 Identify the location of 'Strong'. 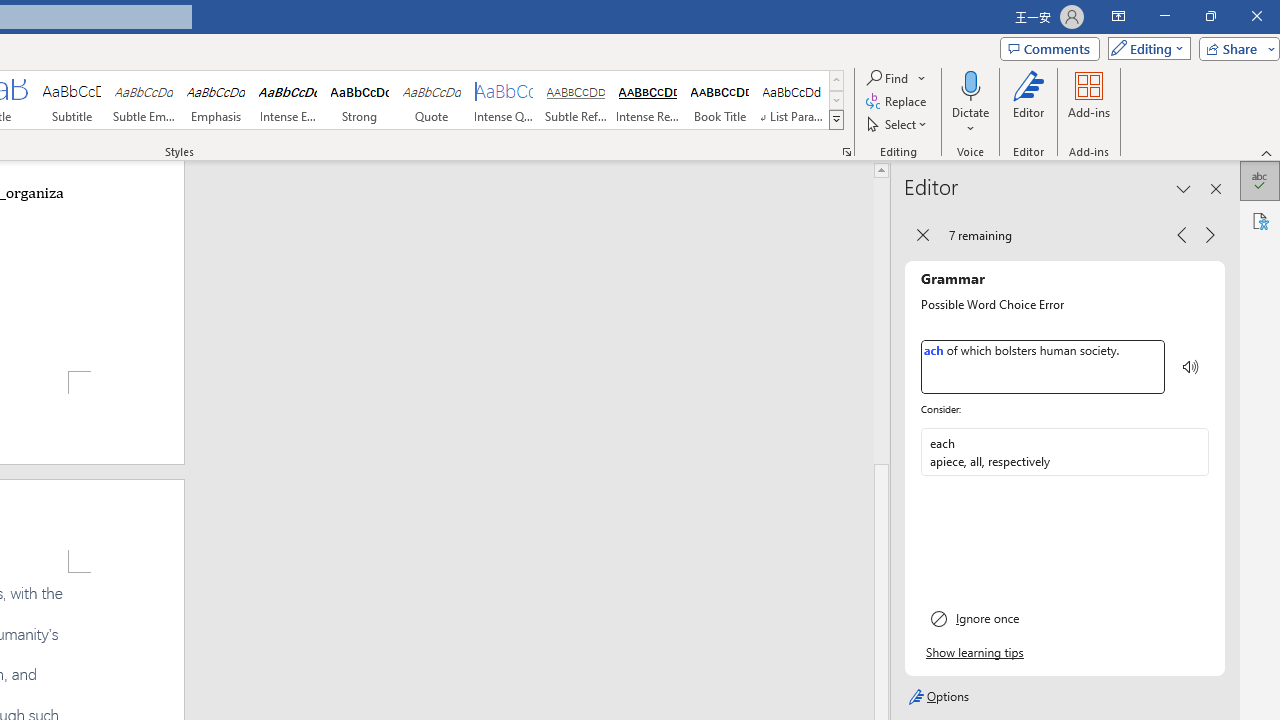
(359, 100).